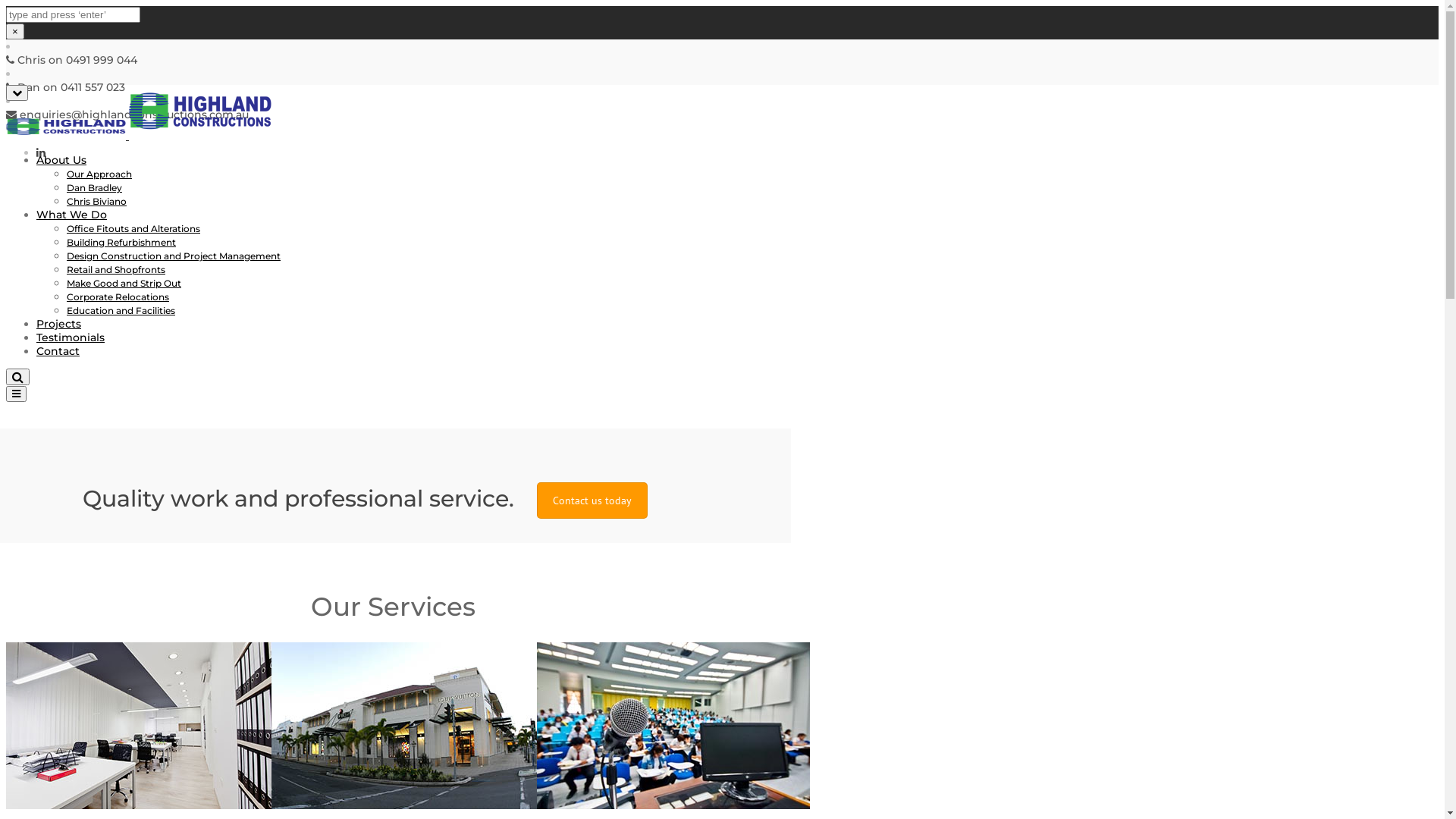  What do you see at coordinates (71, 214) in the screenshot?
I see `'What We Do'` at bounding box center [71, 214].